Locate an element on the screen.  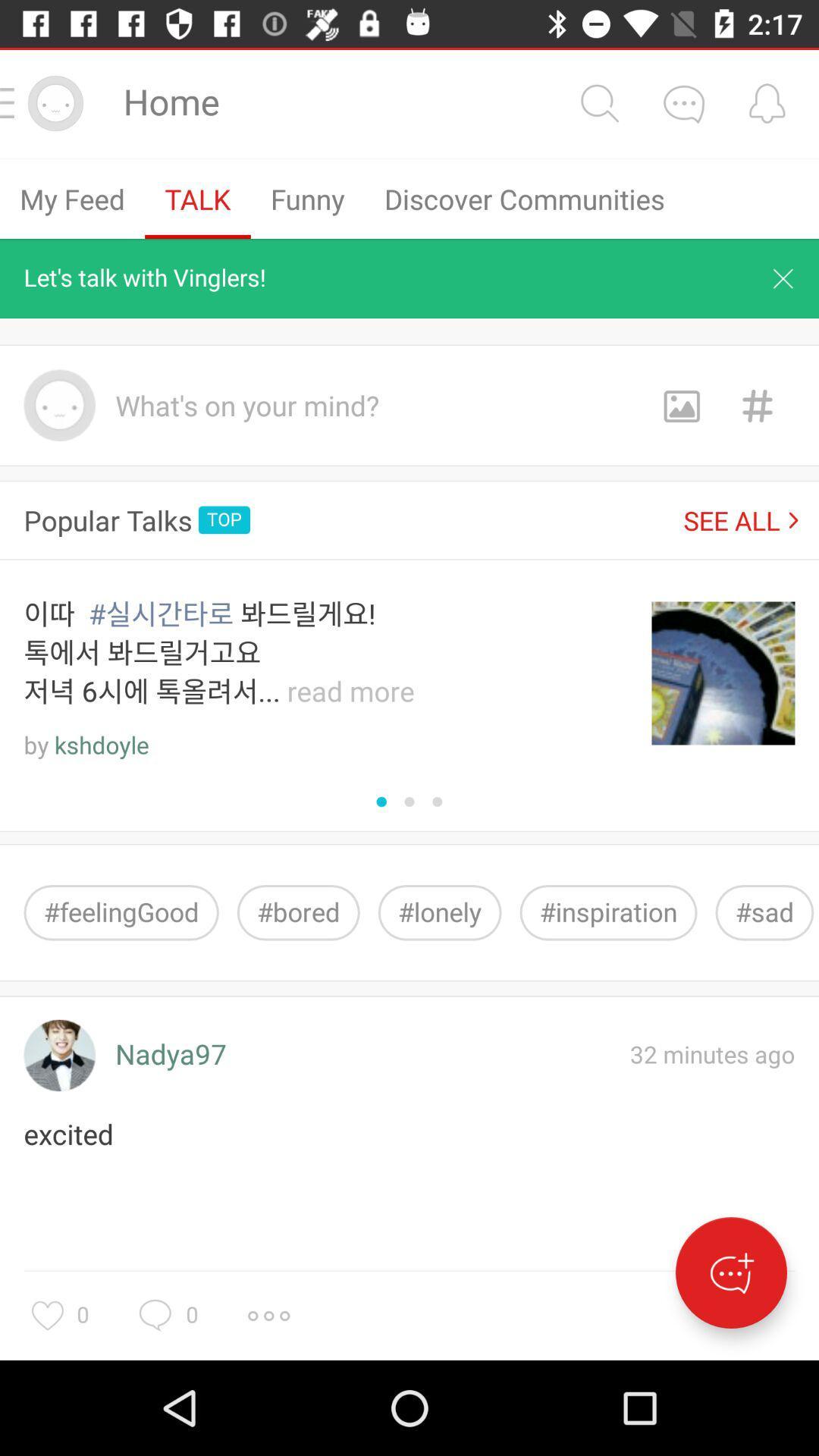
item next to 32 minutes ago is located at coordinates (171, 1055).